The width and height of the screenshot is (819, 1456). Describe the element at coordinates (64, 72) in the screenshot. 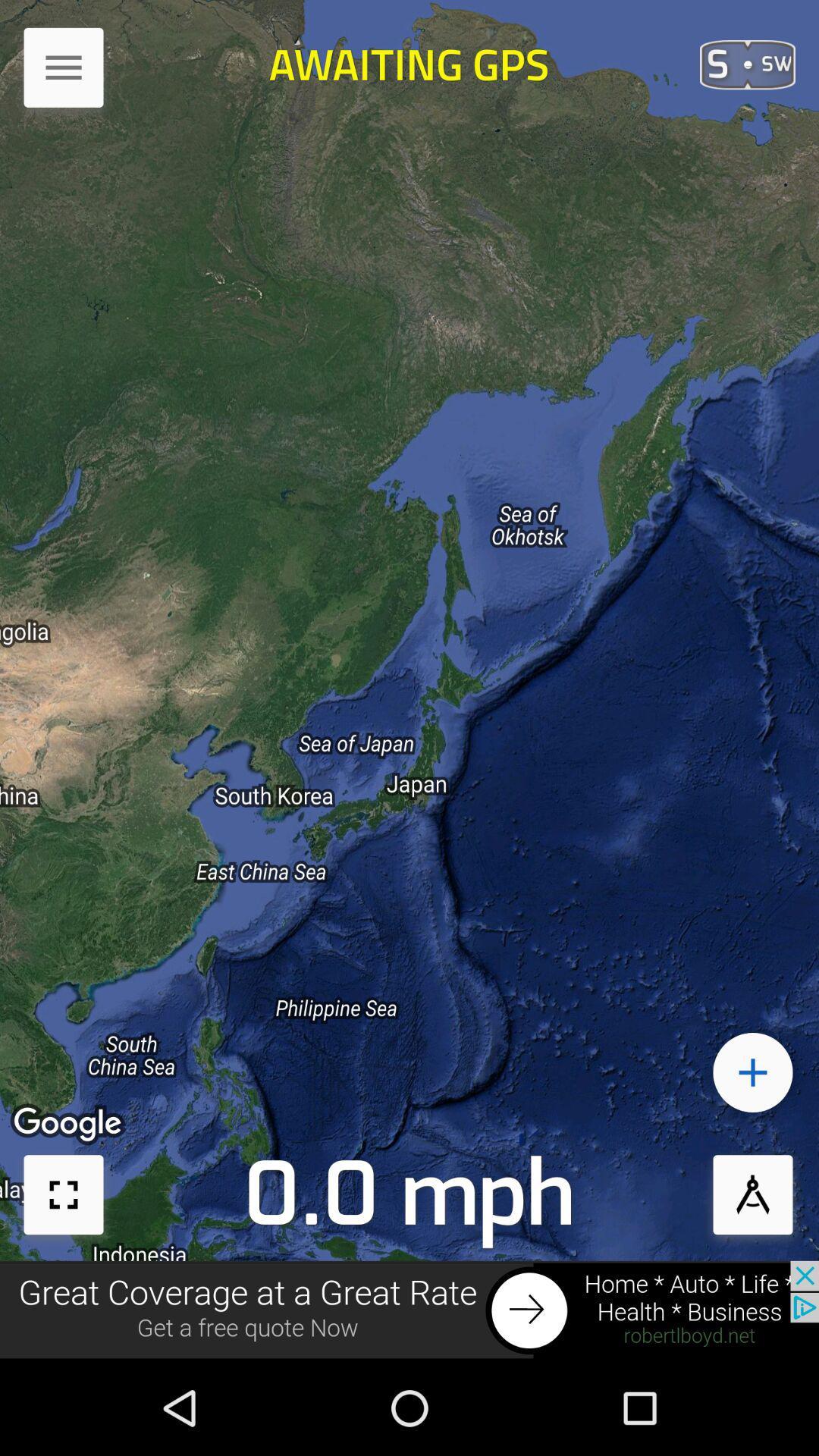

I see `the menu icon` at that location.